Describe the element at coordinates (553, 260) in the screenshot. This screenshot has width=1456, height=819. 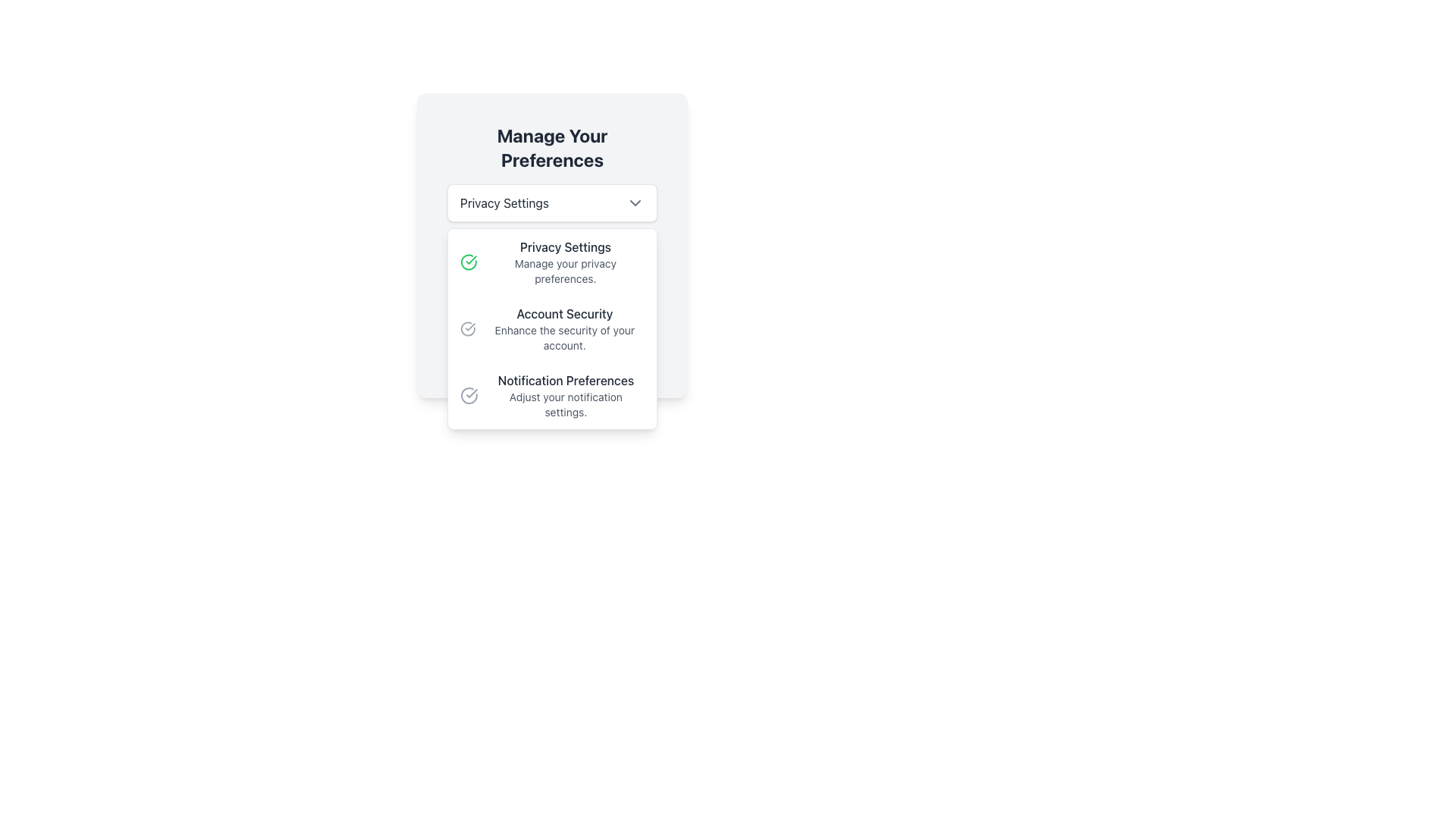
I see `the text label 'Current Selection:' which serves as a heading for the current selection context in the preferences selection interface` at that location.